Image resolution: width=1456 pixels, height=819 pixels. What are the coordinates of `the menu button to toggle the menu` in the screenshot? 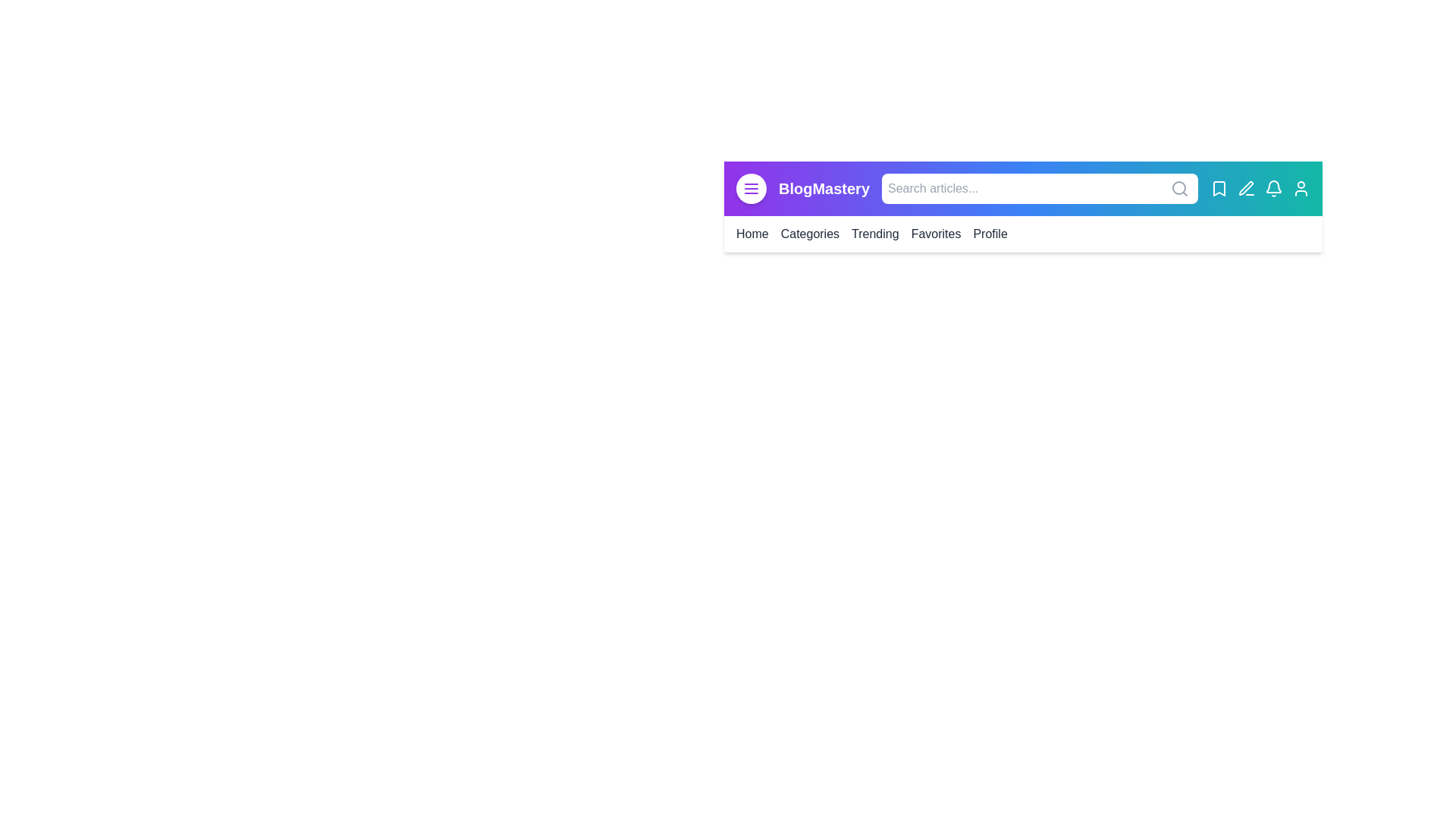 It's located at (751, 188).